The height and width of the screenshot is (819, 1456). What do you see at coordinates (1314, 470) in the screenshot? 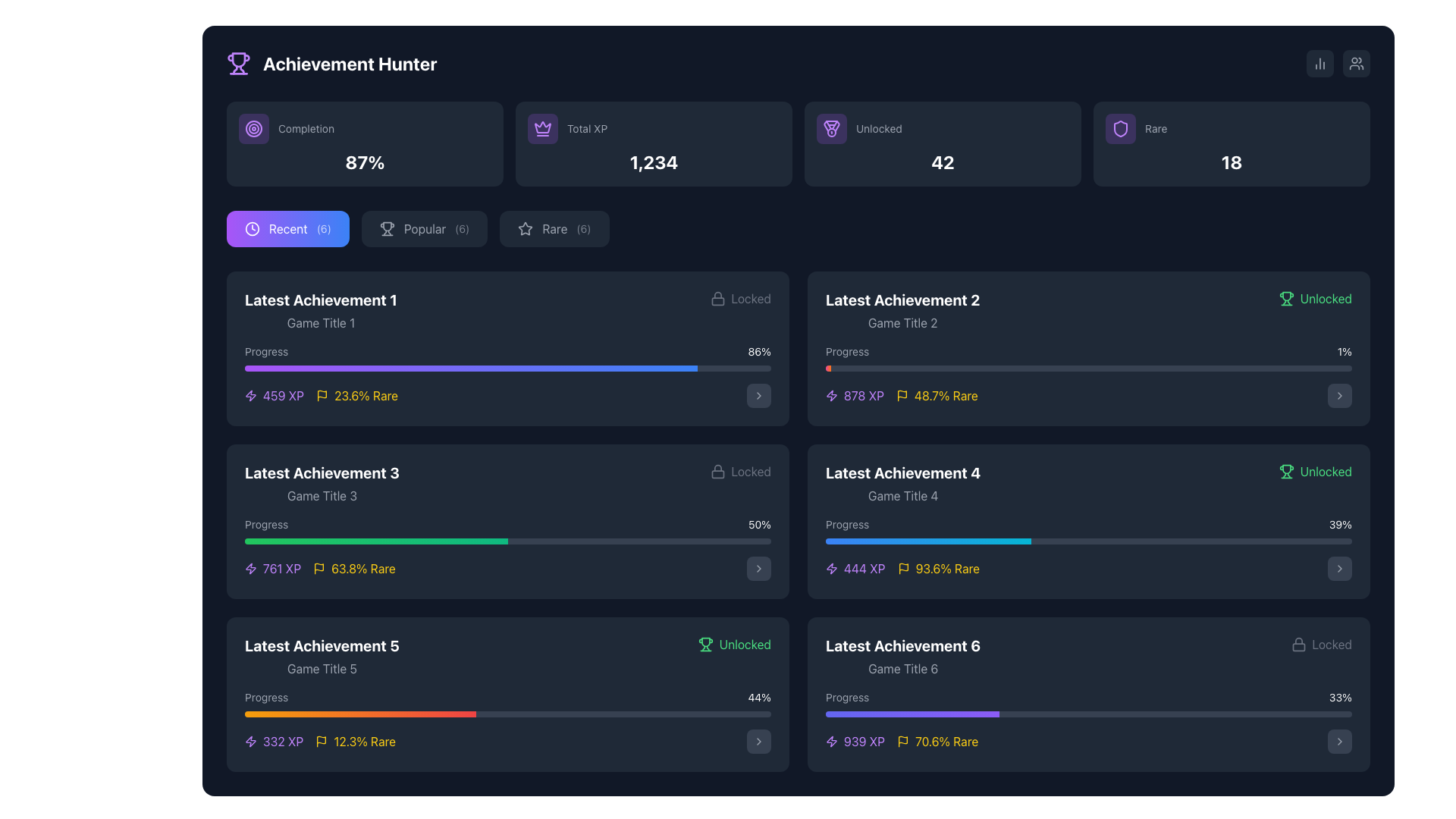
I see `the status indicator label with icon that signifies the achievement progress in the 'Latest Achievement 4' section, located at the top-right corner of the section` at bounding box center [1314, 470].